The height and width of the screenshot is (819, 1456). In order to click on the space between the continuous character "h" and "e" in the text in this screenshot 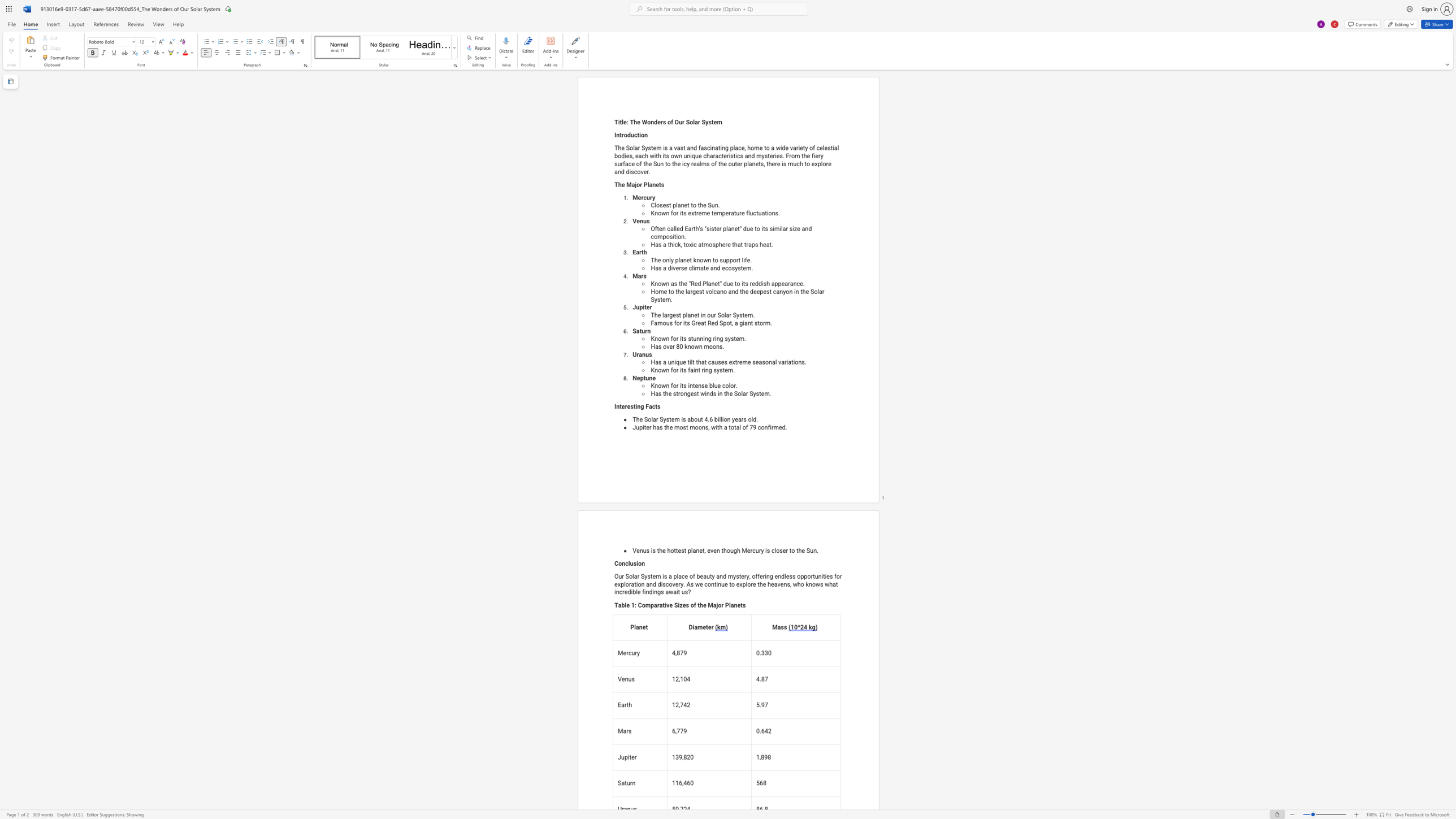, I will do `click(621, 184)`.